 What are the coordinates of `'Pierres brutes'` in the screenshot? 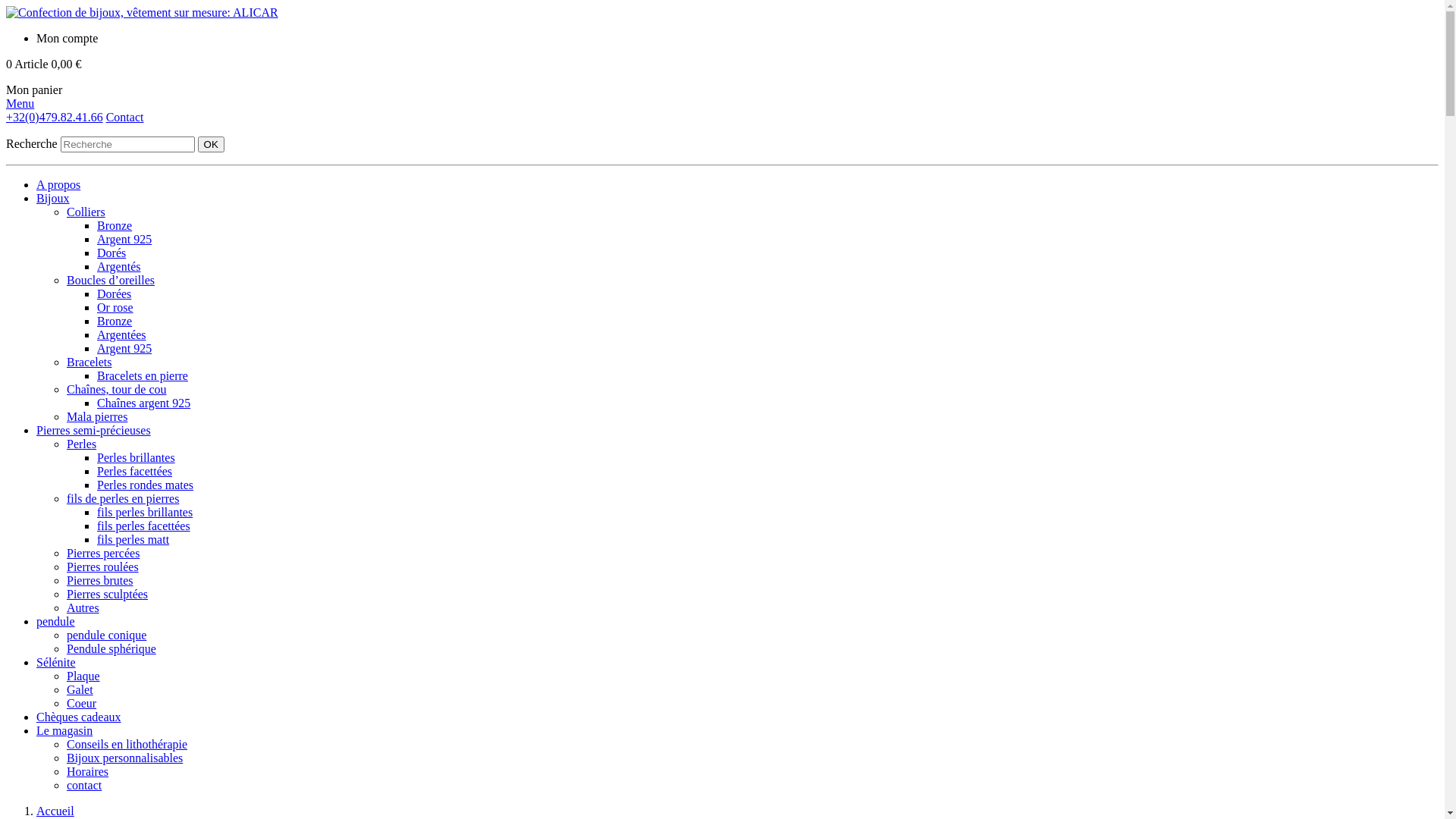 It's located at (99, 580).